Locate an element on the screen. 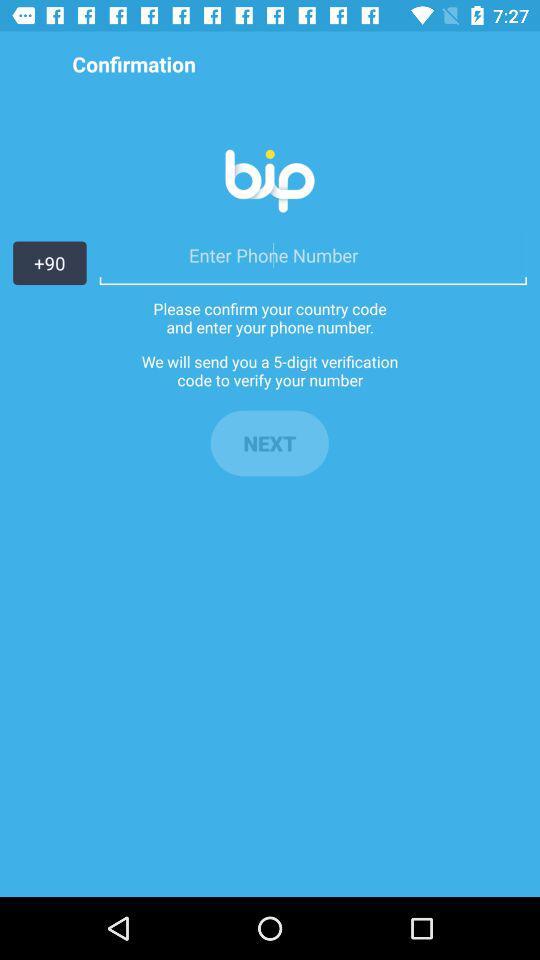 The width and height of the screenshot is (540, 960). item to the right of the +90 item is located at coordinates (313, 254).